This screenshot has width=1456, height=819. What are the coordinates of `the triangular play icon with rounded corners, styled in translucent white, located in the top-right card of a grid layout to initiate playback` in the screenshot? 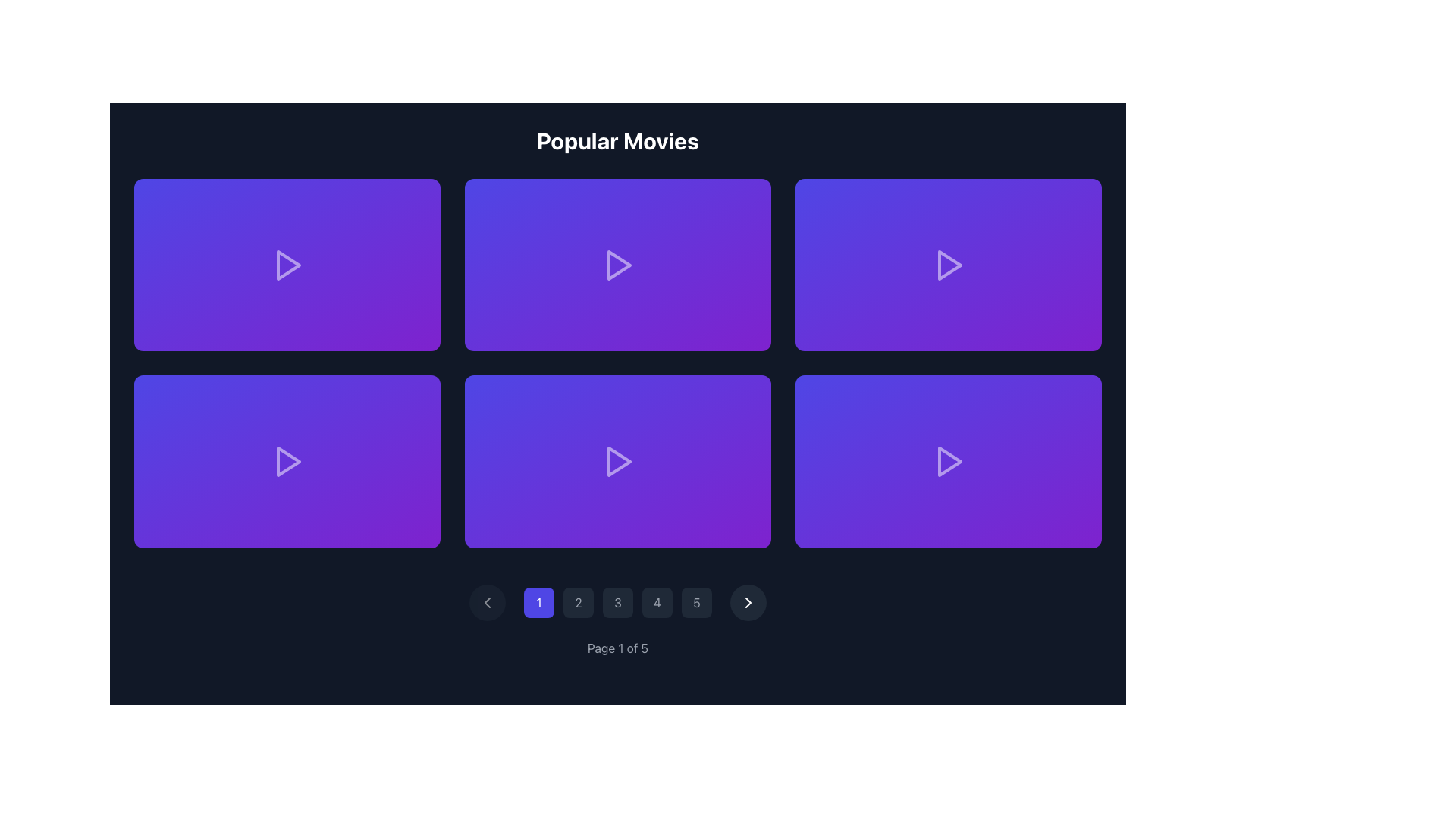 It's located at (948, 263).